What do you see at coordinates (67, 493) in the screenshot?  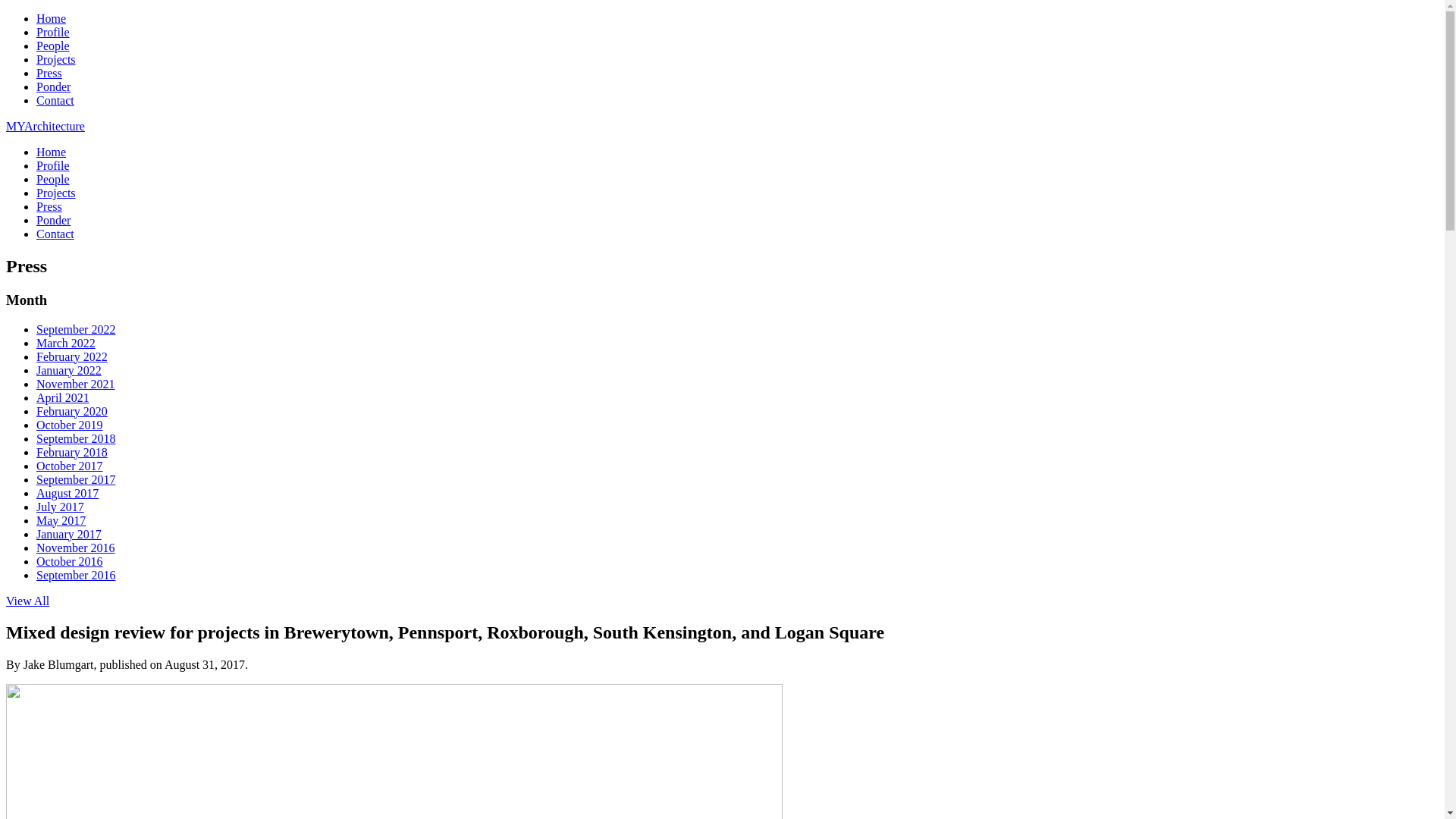 I see `'August 2017'` at bounding box center [67, 493].